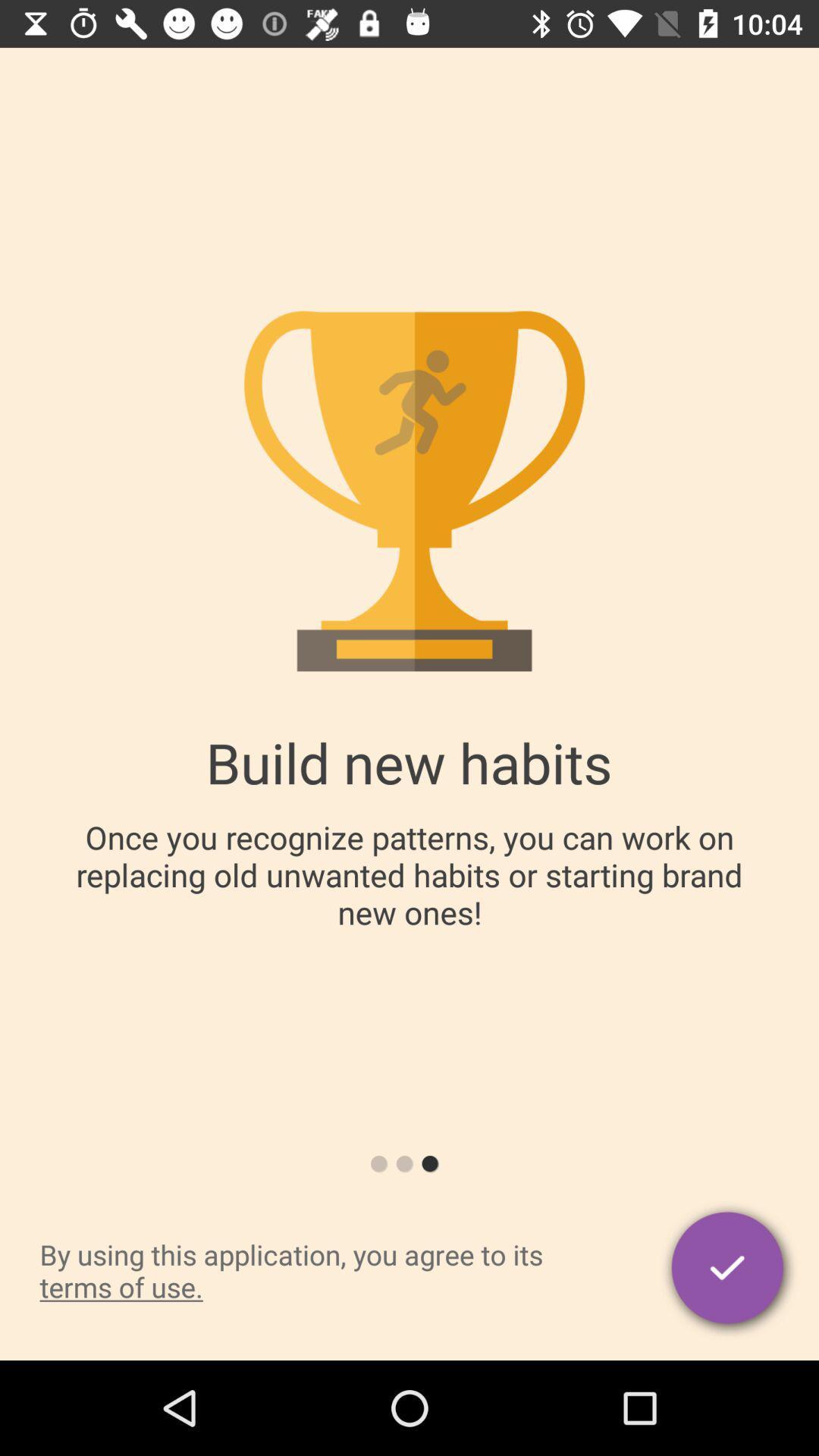 The height and width of the screenshot is (1456, 819). I want to click on the item next to by using this, so click(728, 1270).